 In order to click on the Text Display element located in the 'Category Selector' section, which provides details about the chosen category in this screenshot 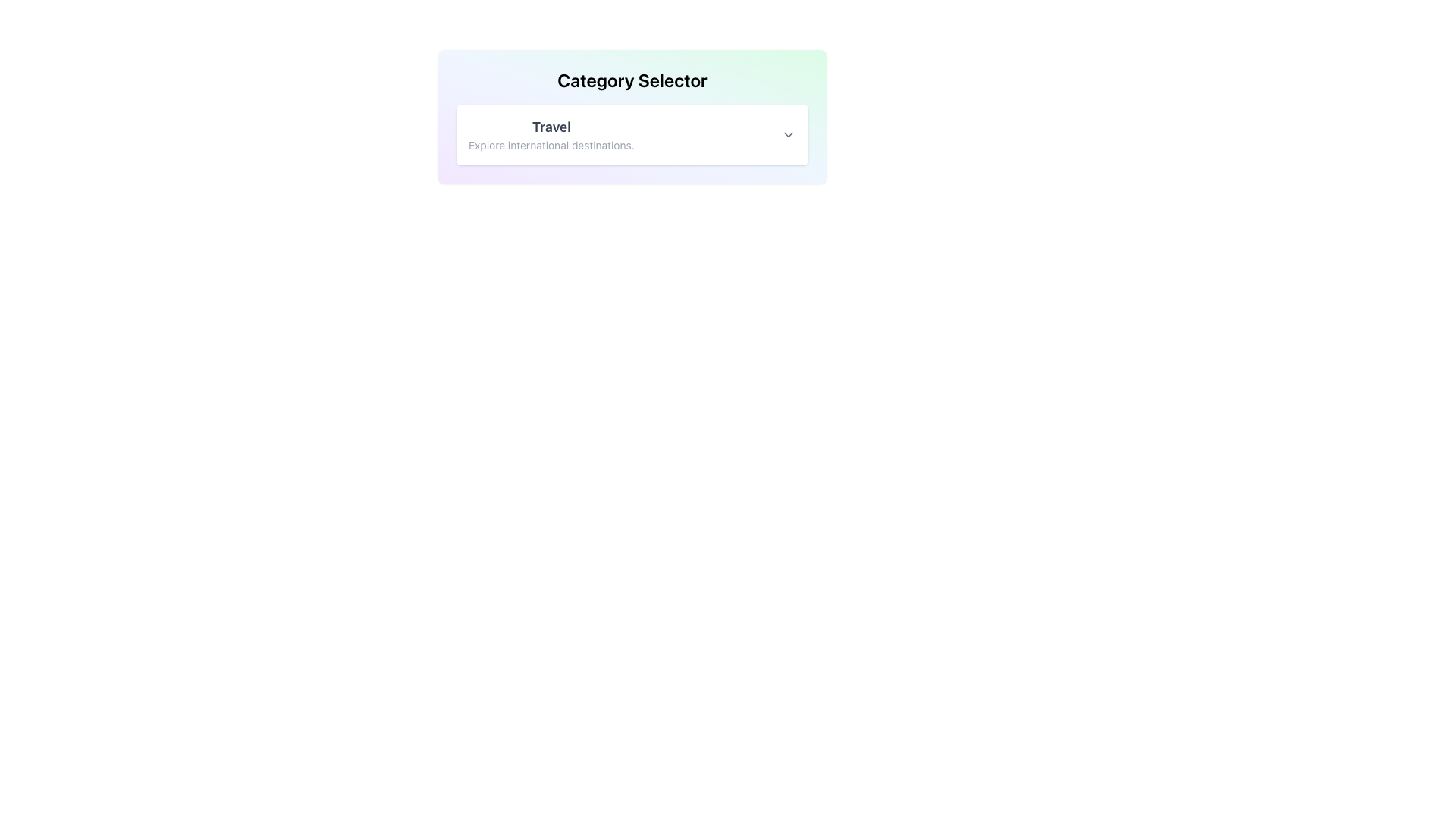, I will do `click(551, 133)`.